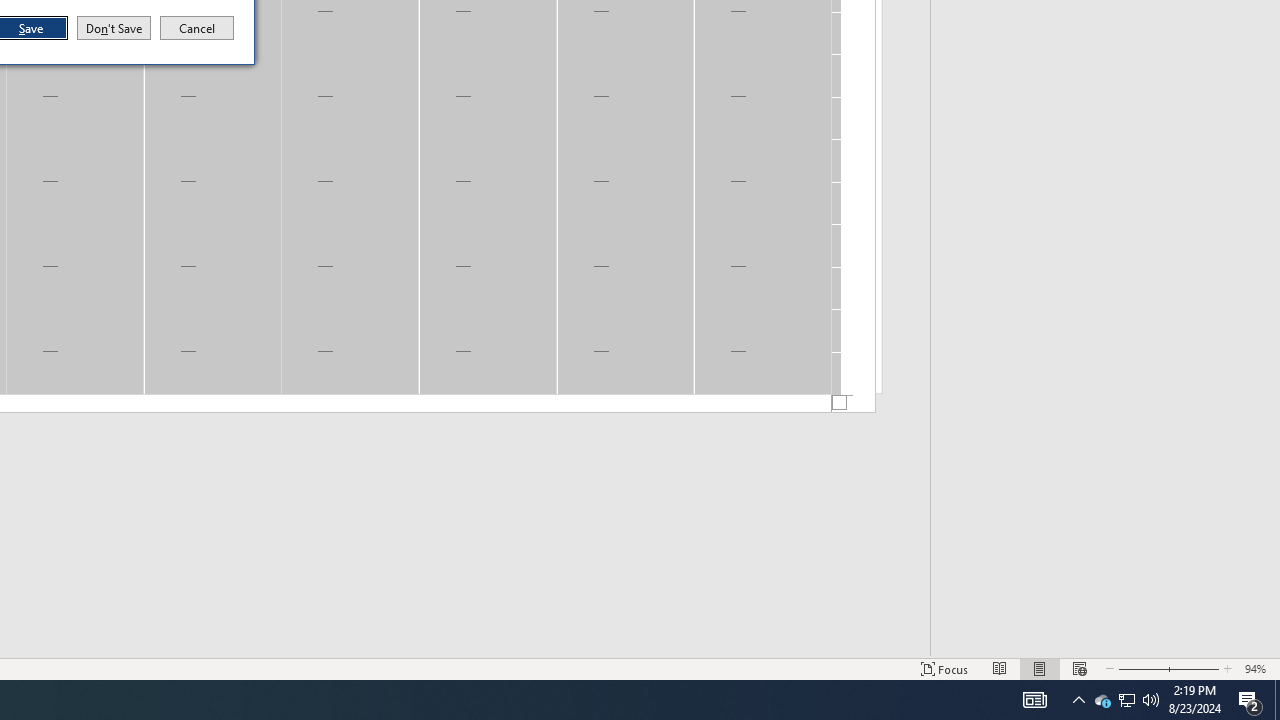 The width and height of the screenshot is (1280, 720). What do you see at coordinates (1276, 698) in the screenshot?
I see `'Show desktop'` at bounding box center [1276, 698].